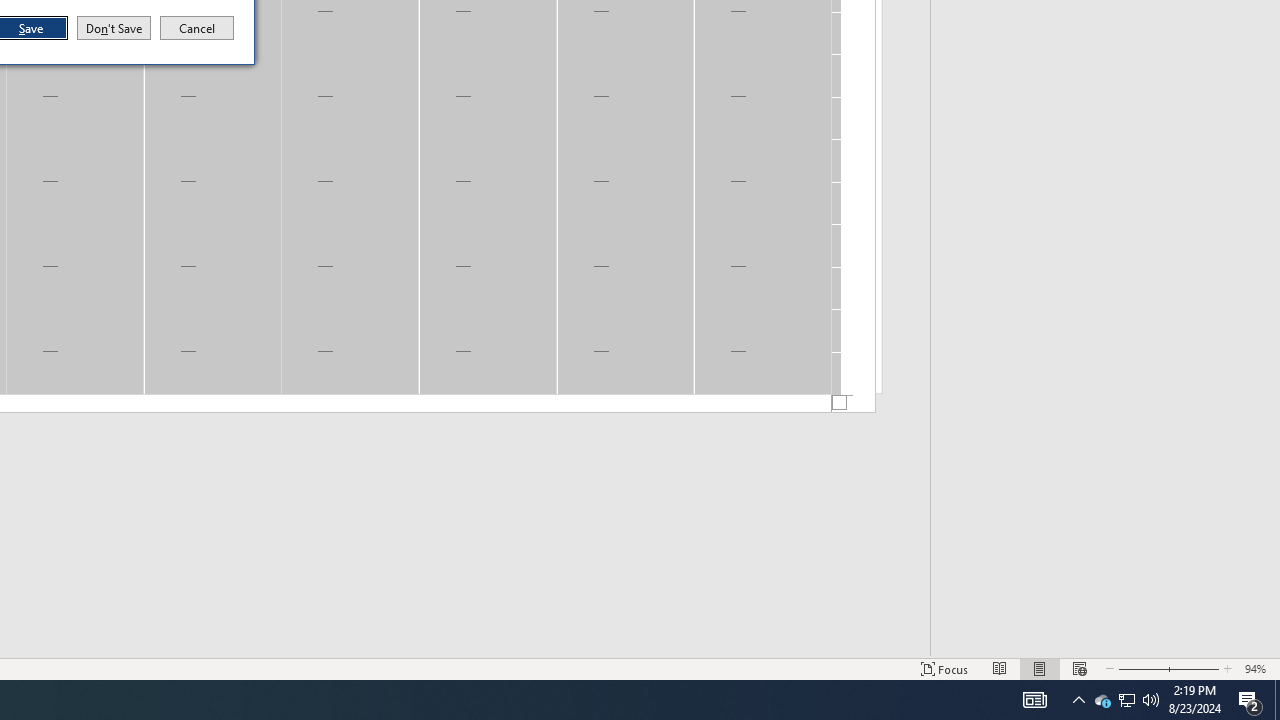 The width and height of the screenshot is (1280, 720). What do you see at coordinates (1276, 698) in the screenshot?
I see `'Show desktop'` at bounding box center [1276, 698].